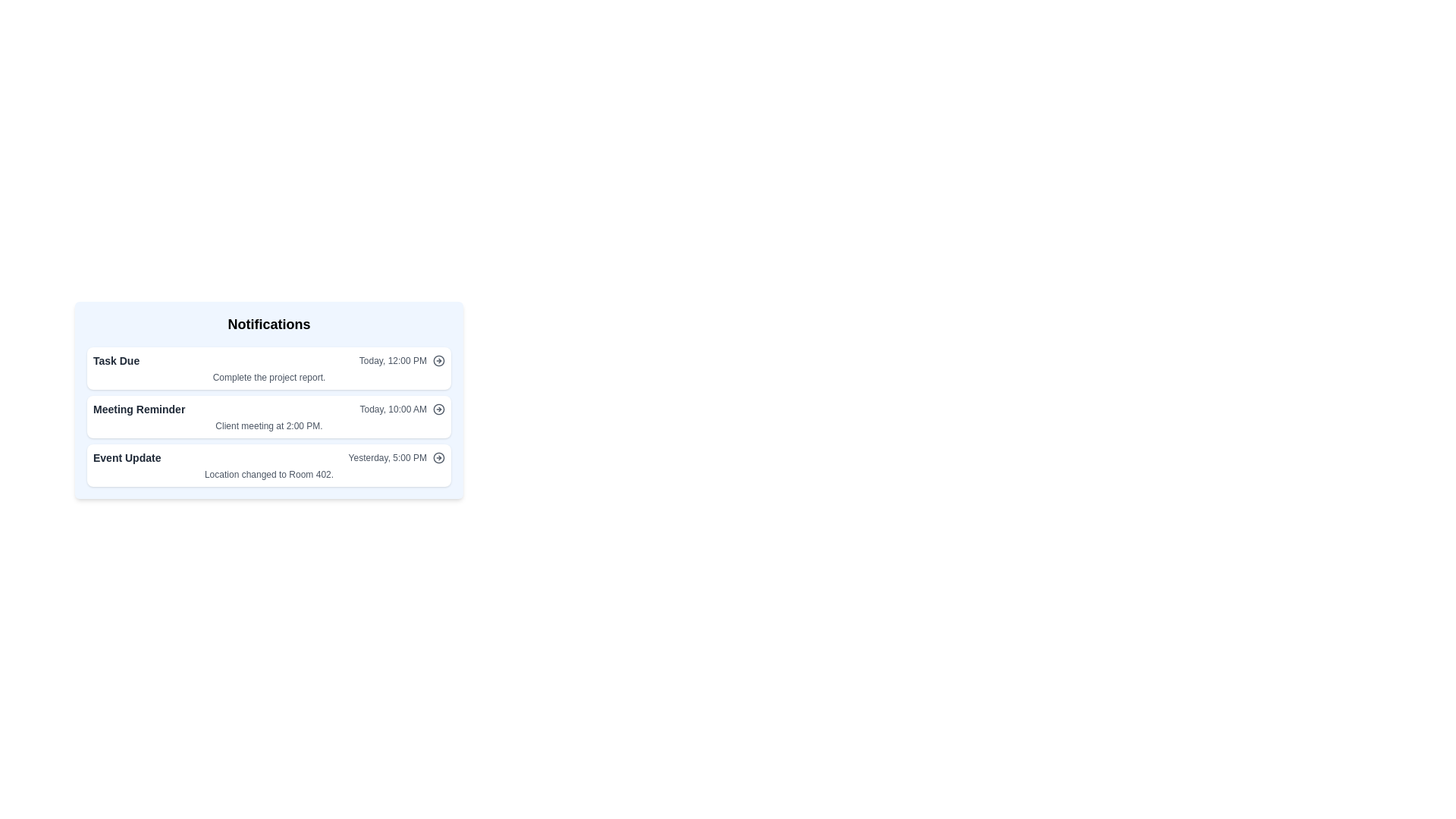  What do you see at coordinates (127, 457) in the screenshot?
I see `text of the 'Event Update' label located in the third notification card under 'Notifications'` at bounding box center [127, 457].